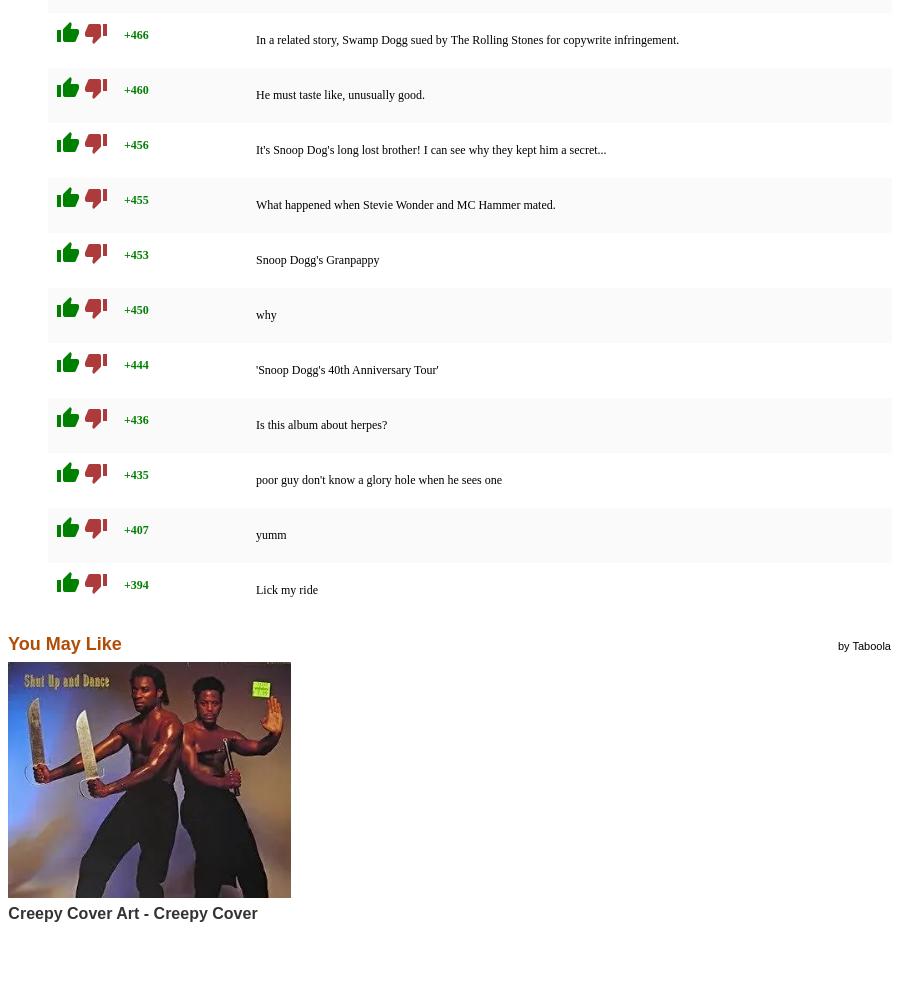  Describe the element at coordinates (320, 425) in the screenshot. I see `'Is this album about herpes?'` at that location.